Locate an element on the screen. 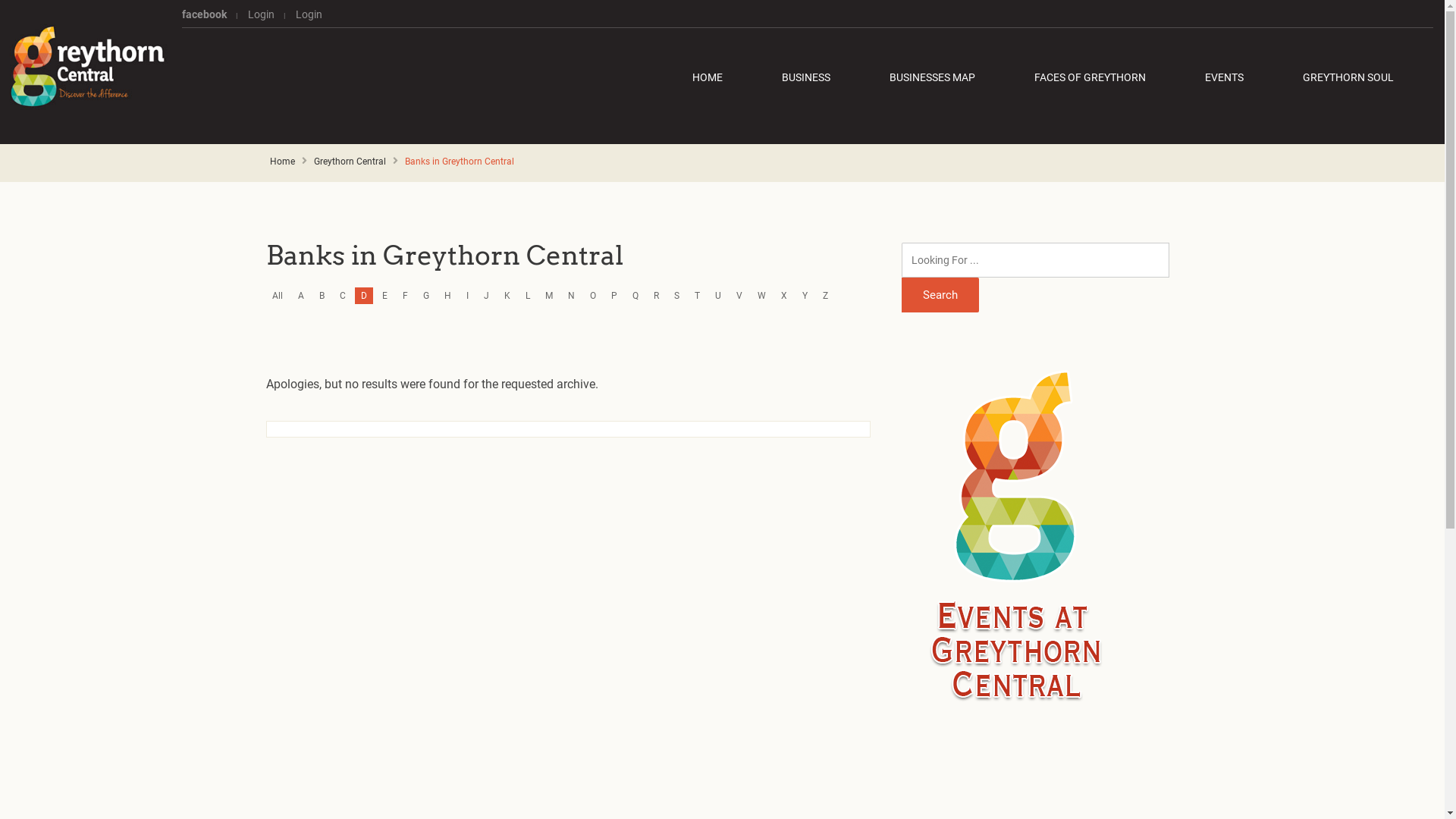 This screenshot has height=819, width=1456. 'T' is located at coordinates (696, 295).